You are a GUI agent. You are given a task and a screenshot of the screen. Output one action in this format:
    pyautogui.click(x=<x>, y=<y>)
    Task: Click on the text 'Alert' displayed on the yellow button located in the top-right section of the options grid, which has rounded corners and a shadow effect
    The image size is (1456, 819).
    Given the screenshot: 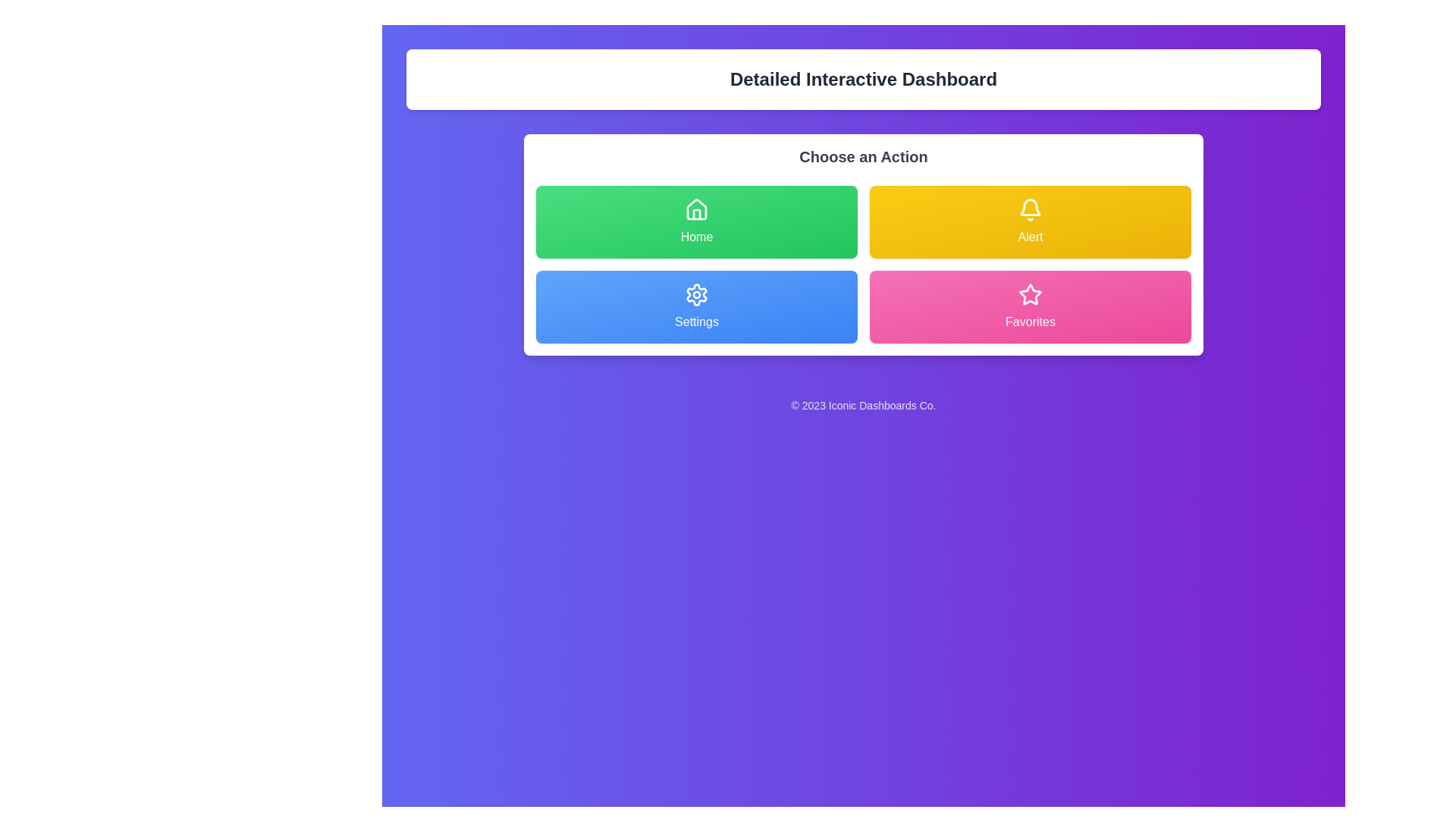 What is the action you would take?
    pyautogui.click(x=1030, y=237)
    